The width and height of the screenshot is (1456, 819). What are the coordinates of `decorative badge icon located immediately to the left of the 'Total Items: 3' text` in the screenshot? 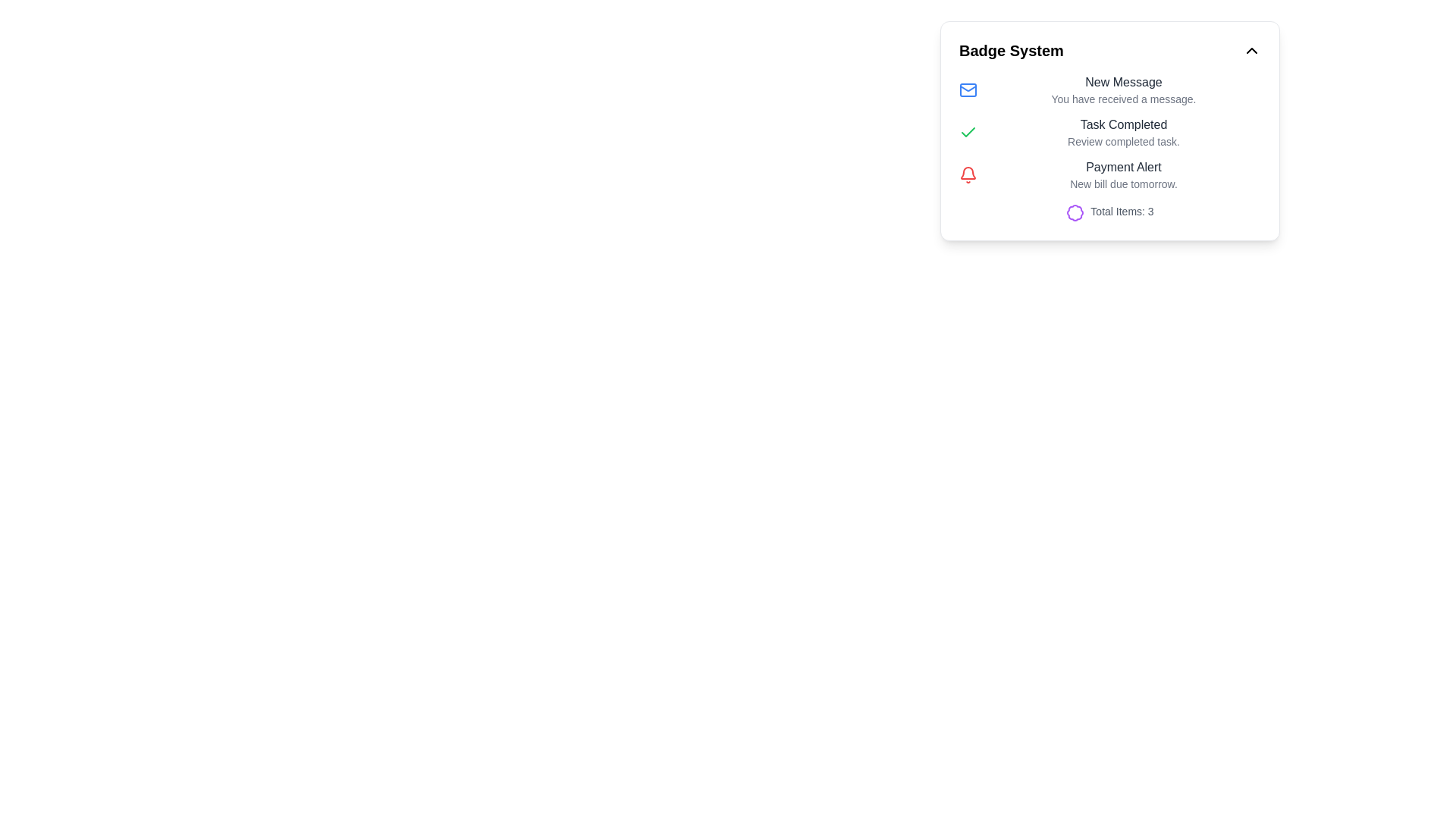 It's located at (1075, 213).